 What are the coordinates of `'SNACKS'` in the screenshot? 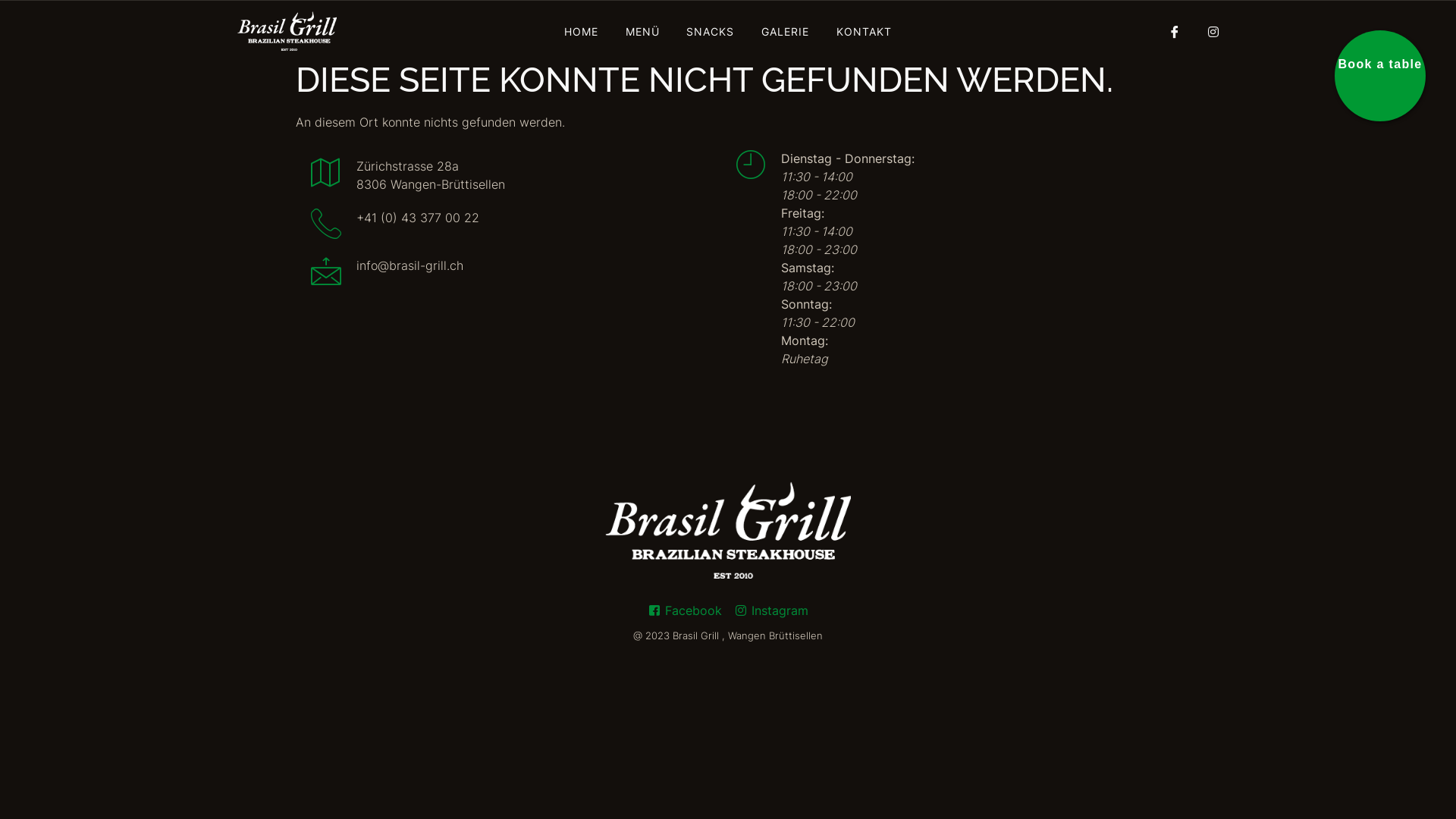 It's located at (709, 31).